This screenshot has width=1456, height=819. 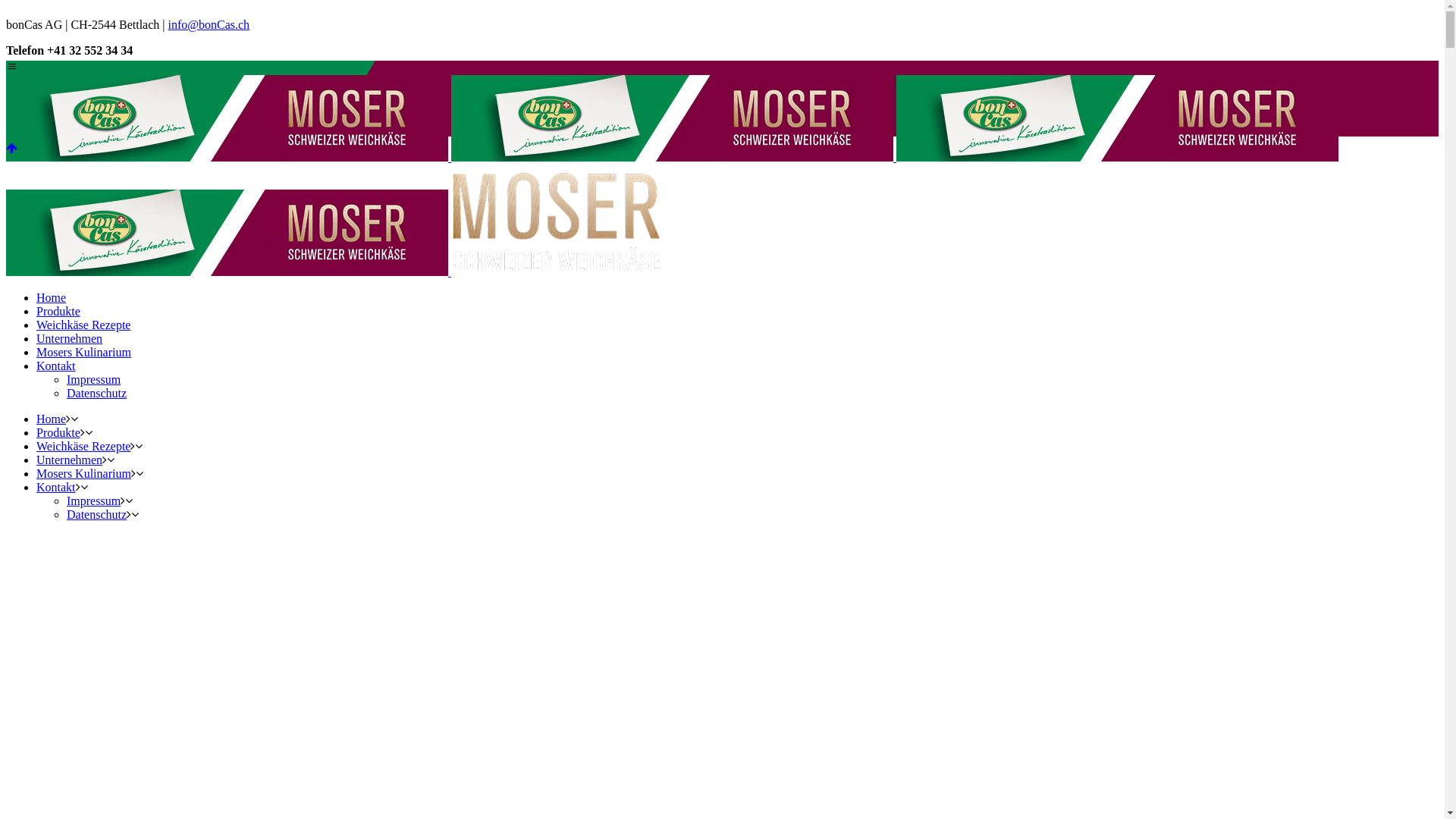 I want to click on 'Datenschutz', so click(x=96, y=513).